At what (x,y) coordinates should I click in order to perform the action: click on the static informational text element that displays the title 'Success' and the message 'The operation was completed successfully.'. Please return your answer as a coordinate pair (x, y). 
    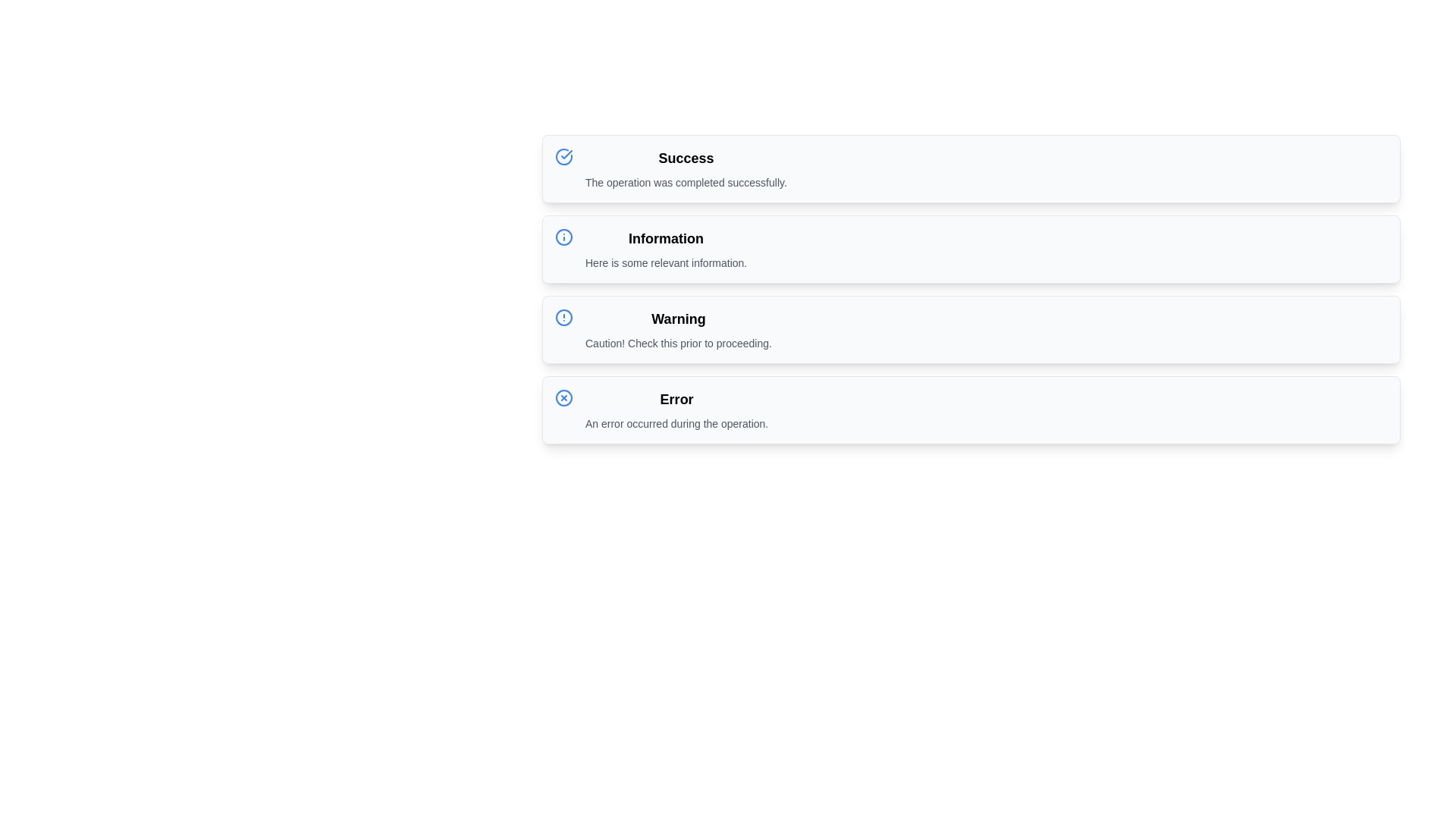
    Looking at the image, I should click on (685, 169).